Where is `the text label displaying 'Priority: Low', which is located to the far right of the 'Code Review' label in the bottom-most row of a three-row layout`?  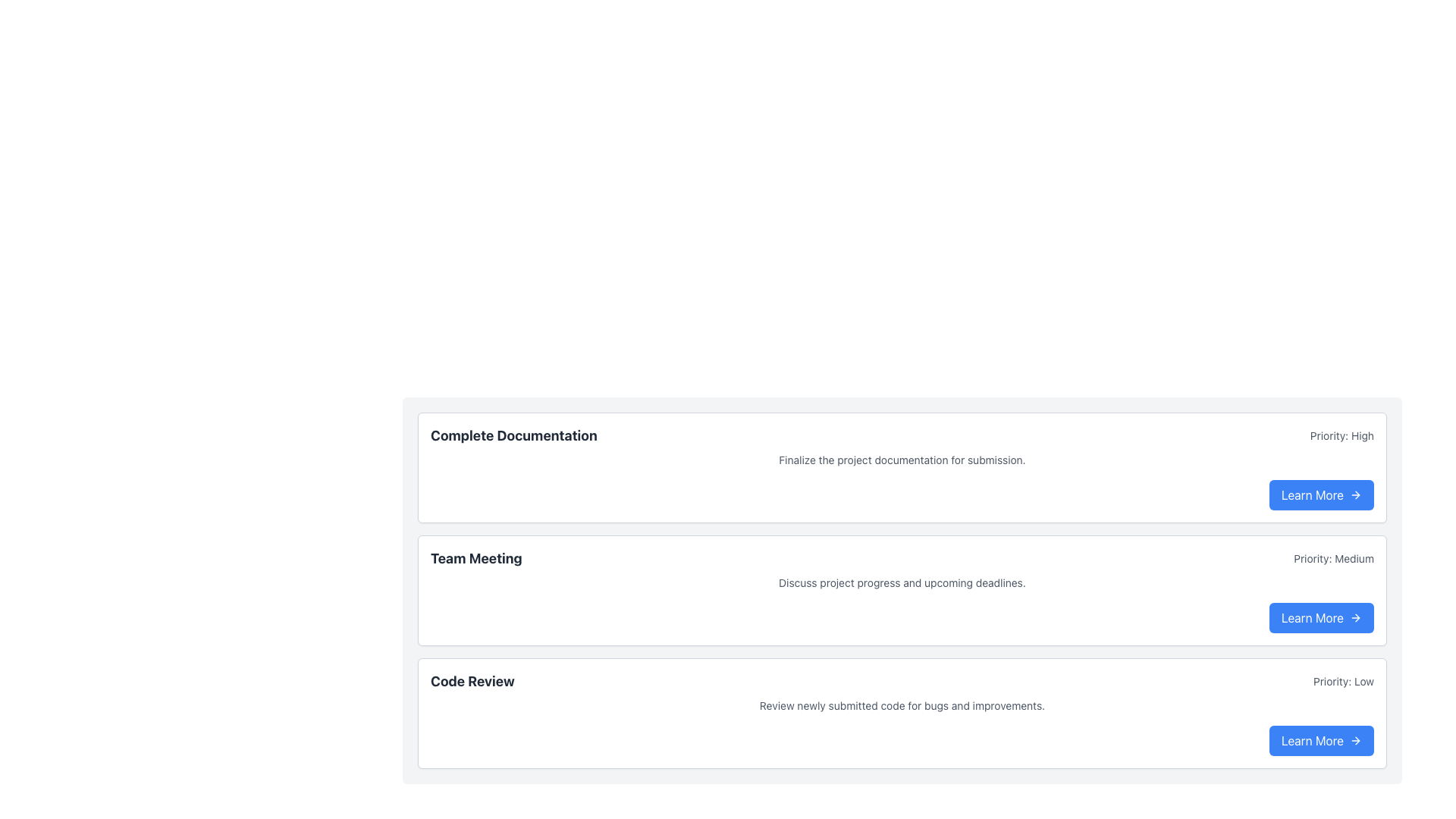 the text label displaying 'Priority: Low', which is located to the far right of the 'Code Review' label in the bottom-most row of a three-row layout is located at coordinates (1343, 680).